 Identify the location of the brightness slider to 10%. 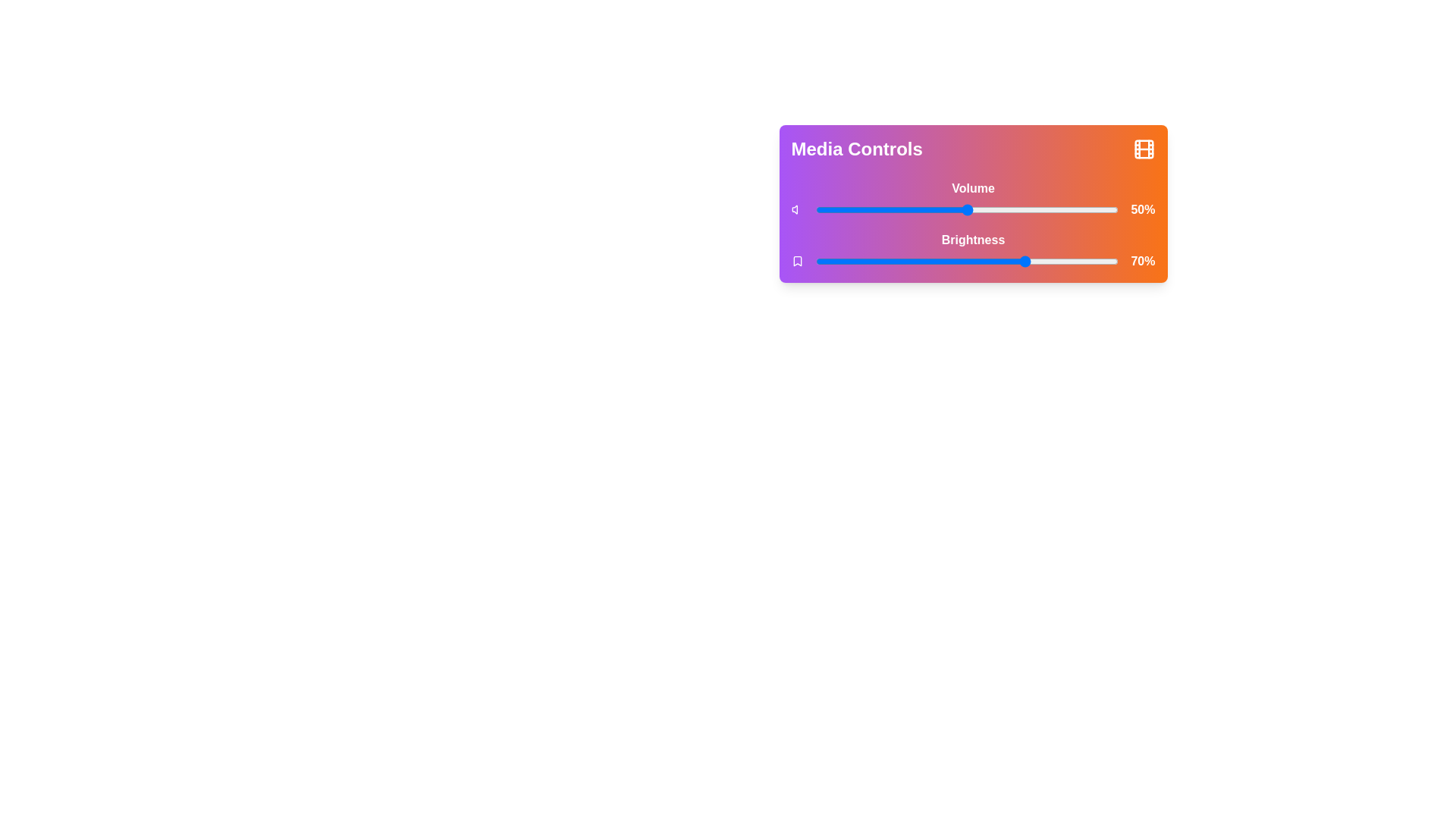
(846, 260).